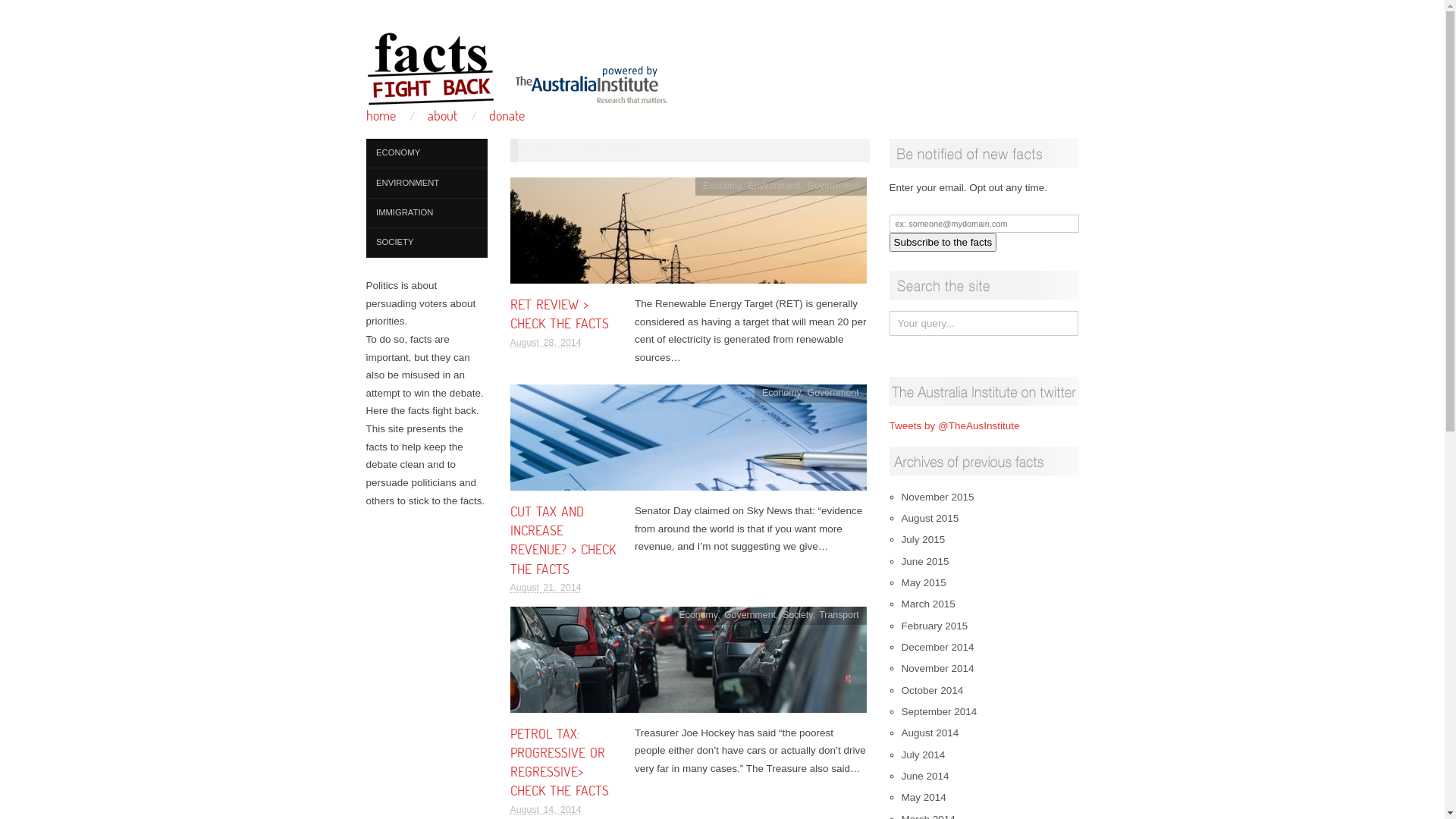 The width and height of the screenshot is (1456, 819). What do you see at coordinates (922, 538) in the screenshot?
I see `'July 2015'` at bounding box center [922, 538].